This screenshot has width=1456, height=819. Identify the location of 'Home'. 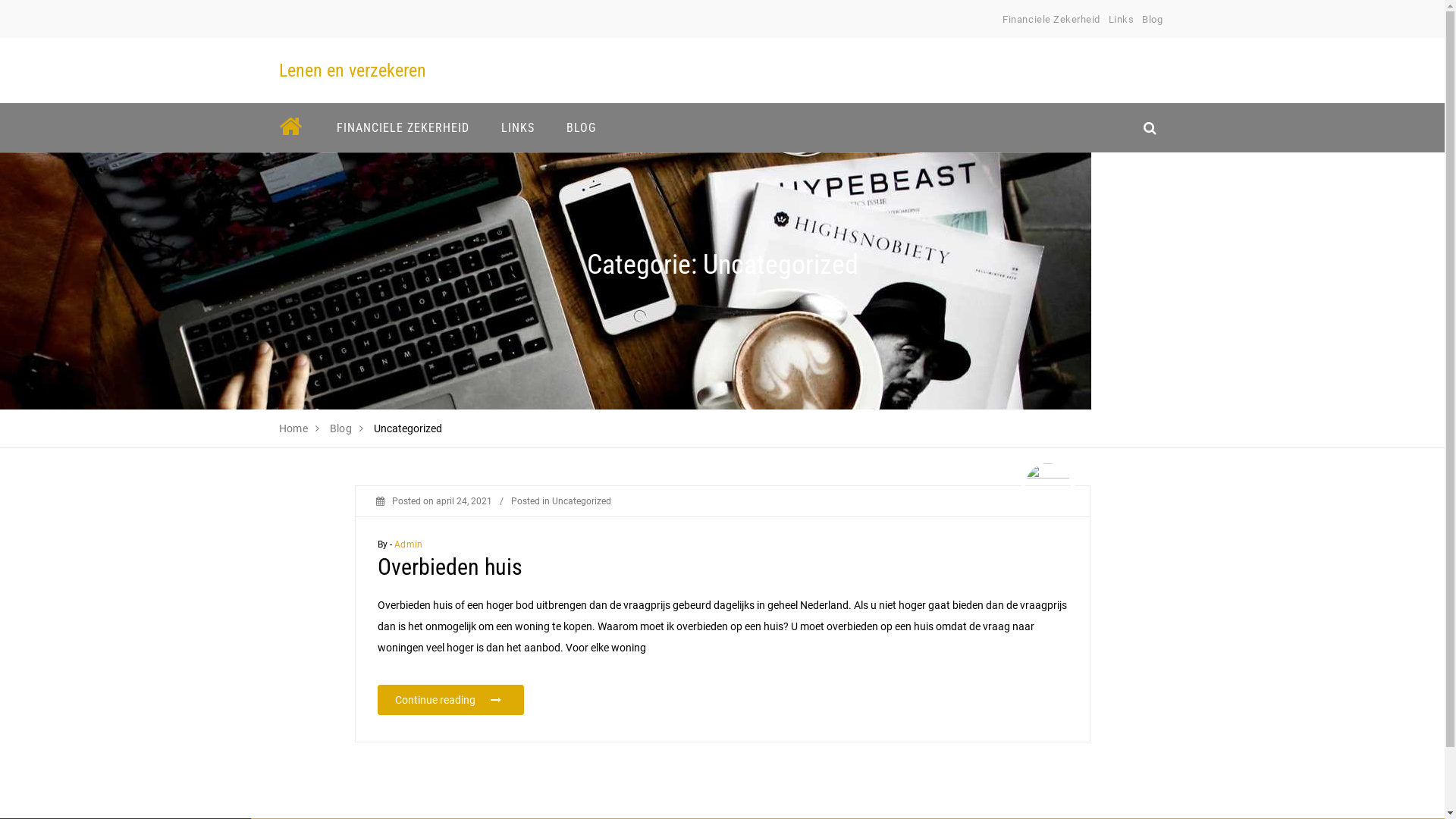
(293, 428).